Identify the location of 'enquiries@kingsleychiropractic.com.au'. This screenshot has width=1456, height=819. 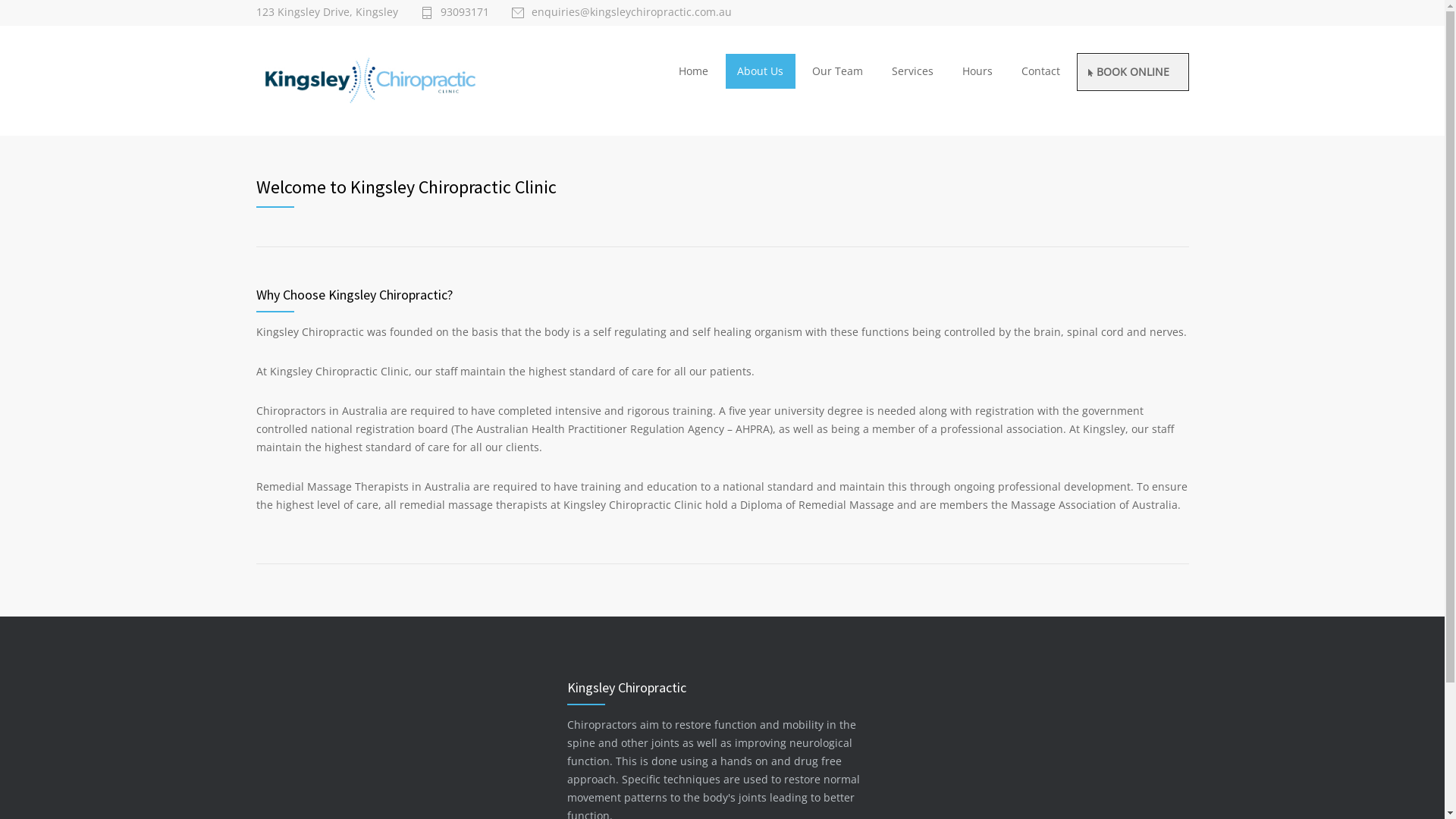
(621, 12).